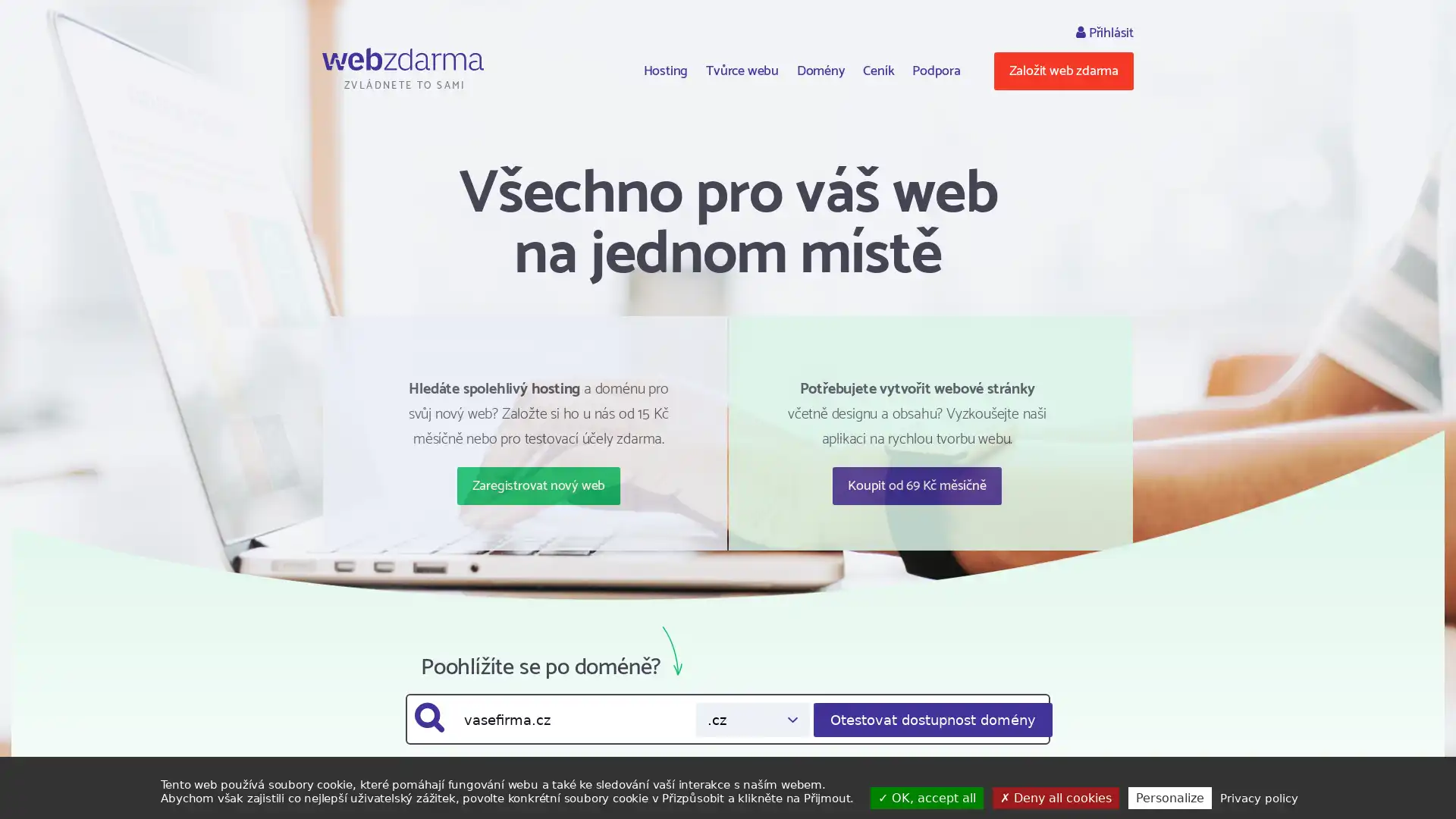 Image resolution: width=1456 pixels, height=819 pixels. What do you see at coordinates (932, 719) in the screenshot?
I see `Otestovat dostupnost domeny` at bounding box center [932, 719].